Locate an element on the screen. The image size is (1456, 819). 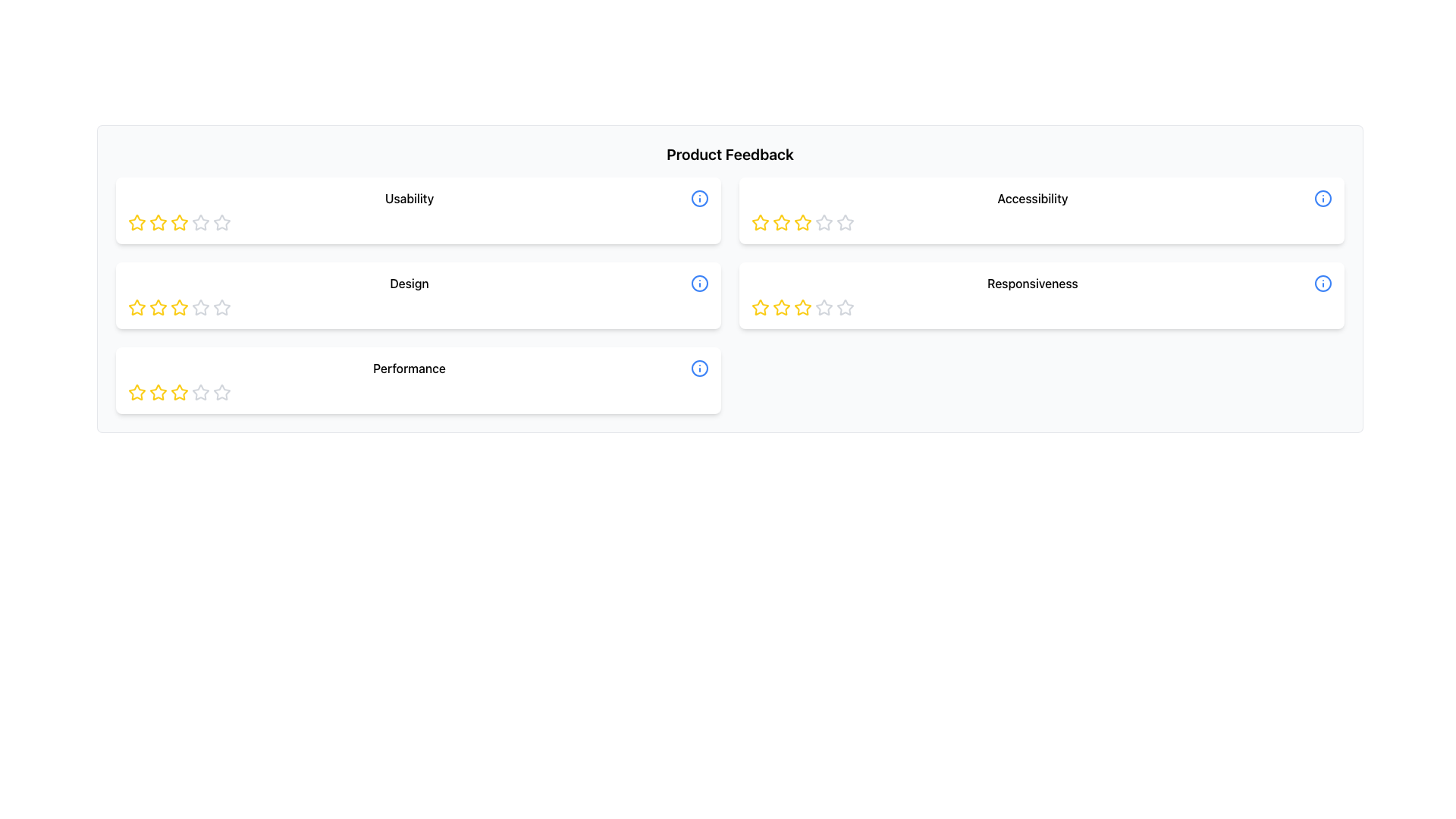
the first star icon in the 'Performance' section is located at coordinates (158, 391).